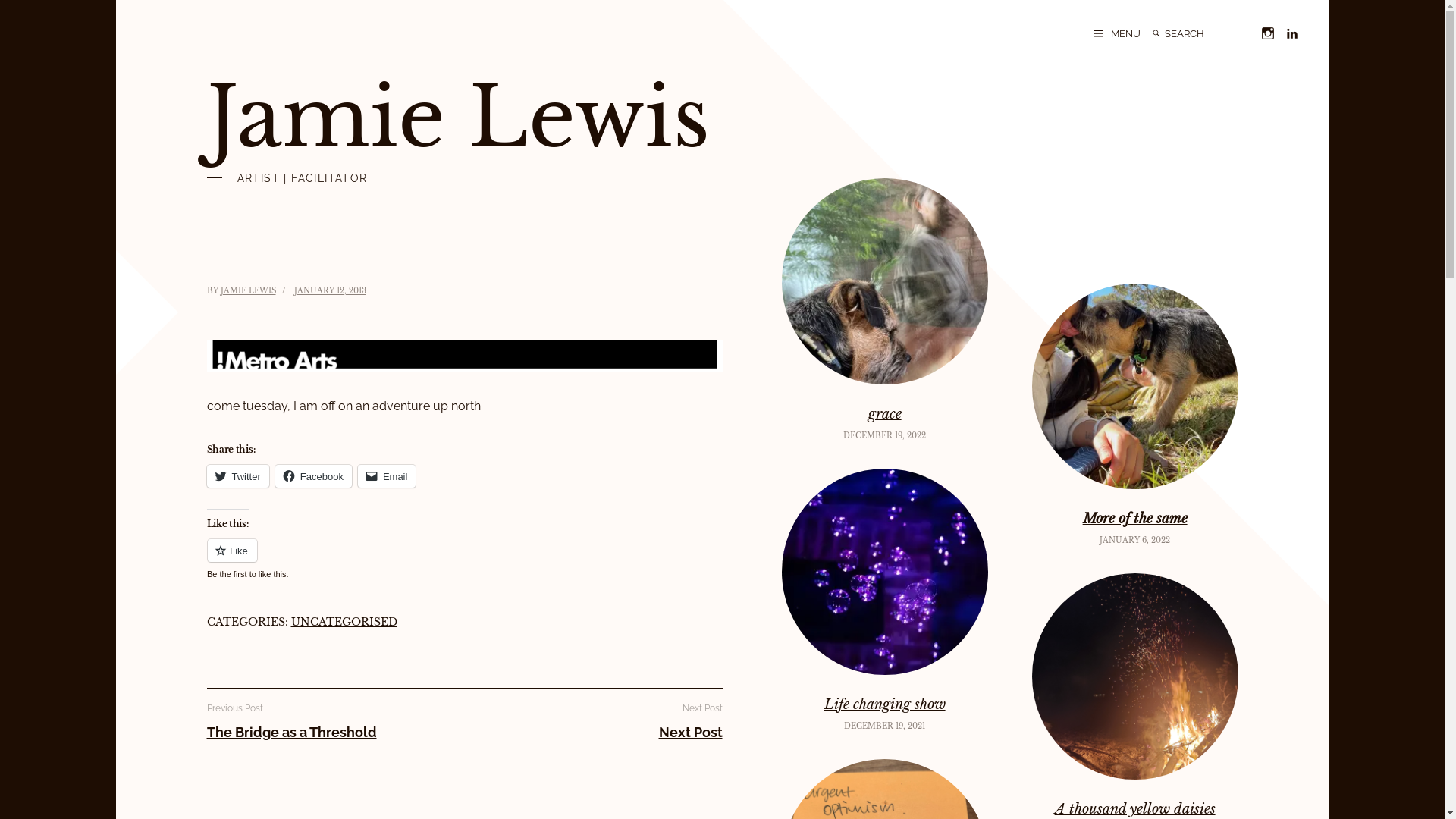 Image resolution: width=1456 pixels, height=819 pixels. Describe the element at coordinates (884, 704) in the screenshot. I see `'Life changing show'` at that location.